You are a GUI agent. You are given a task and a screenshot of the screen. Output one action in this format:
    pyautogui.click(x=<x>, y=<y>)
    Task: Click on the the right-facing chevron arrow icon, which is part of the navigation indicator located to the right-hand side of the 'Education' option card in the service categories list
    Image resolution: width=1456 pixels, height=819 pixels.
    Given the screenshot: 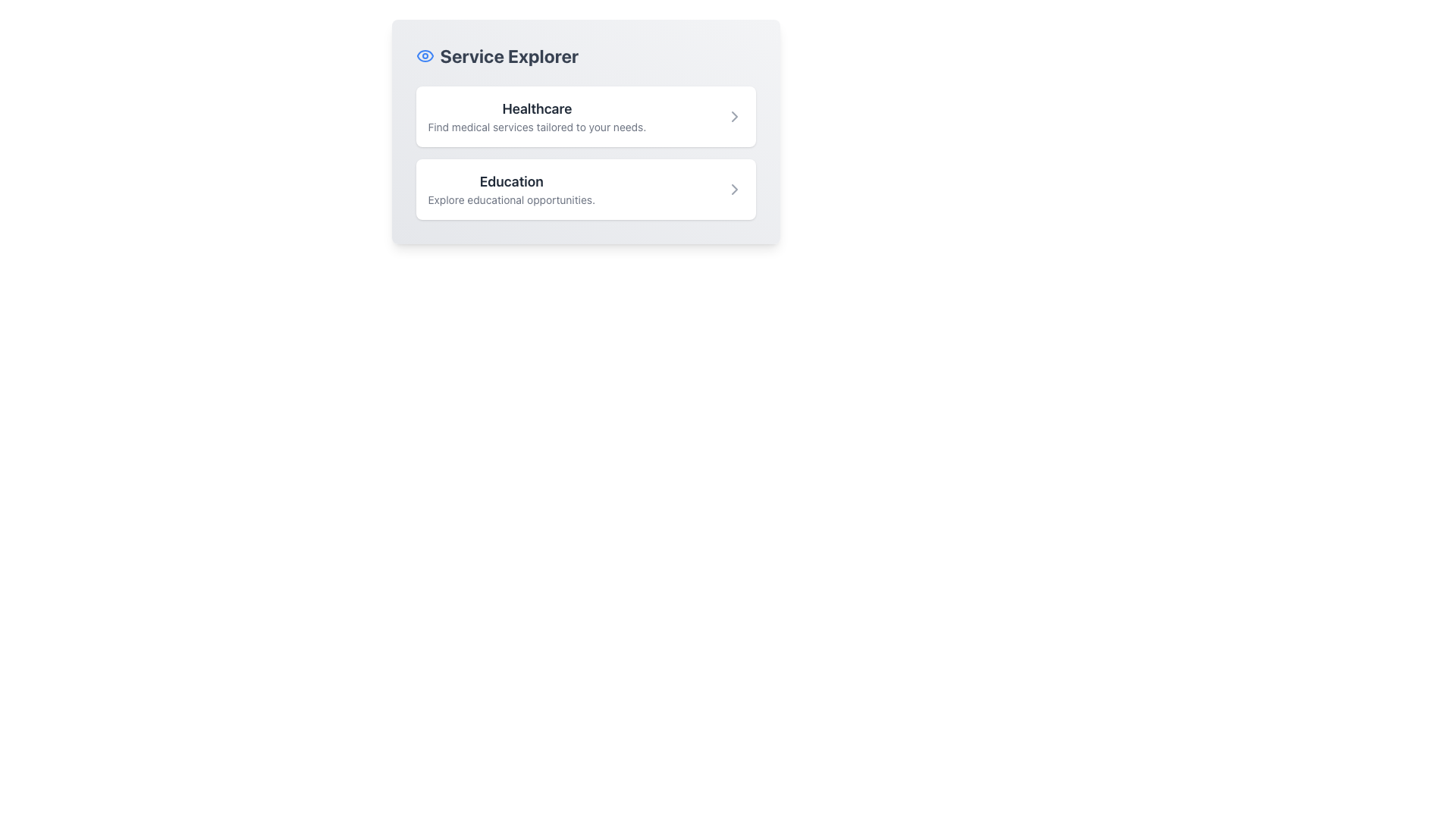 What is the action you would take?
    pyautogui.click(x=734, y=189)
    